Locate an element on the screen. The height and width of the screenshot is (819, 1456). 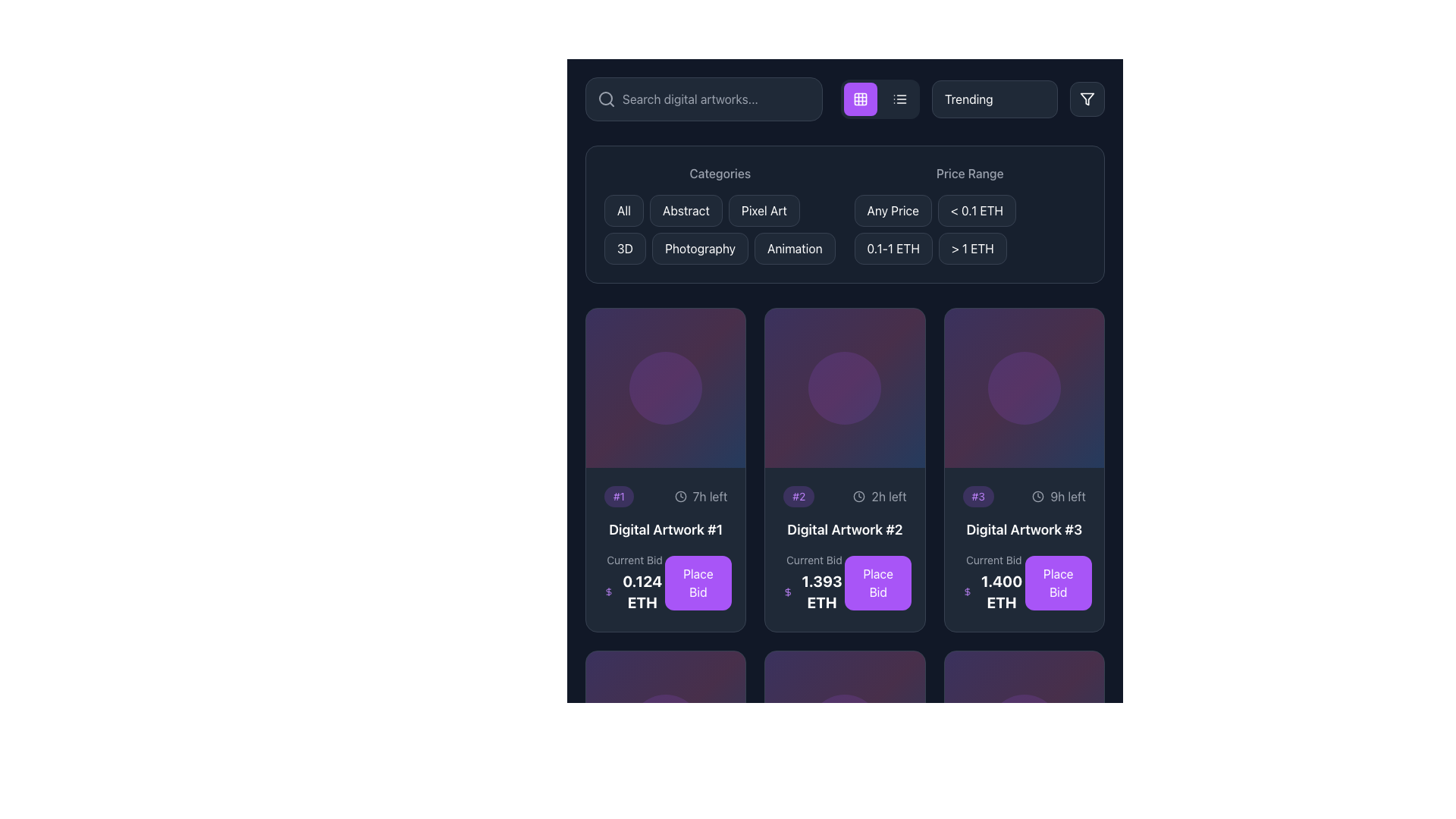
the 'Trending' button located in the top-center horizontal panel is located at coordinates (994, 99).